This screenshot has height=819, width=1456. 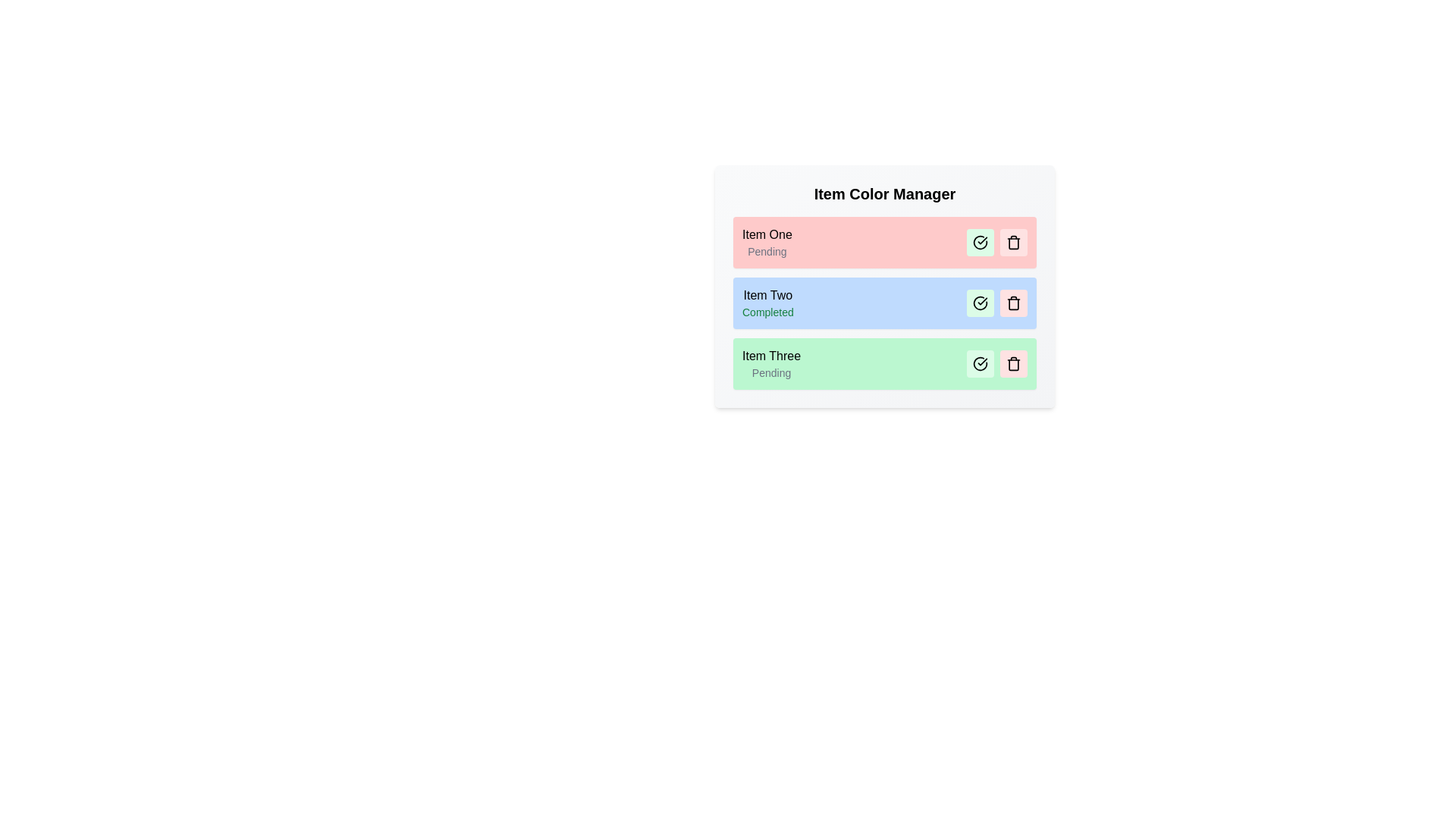 What do you see at coordinates (1014, 303) in the screenshot?
I see `the delete button for the item Item Two` at bounding box center [1014, 303].